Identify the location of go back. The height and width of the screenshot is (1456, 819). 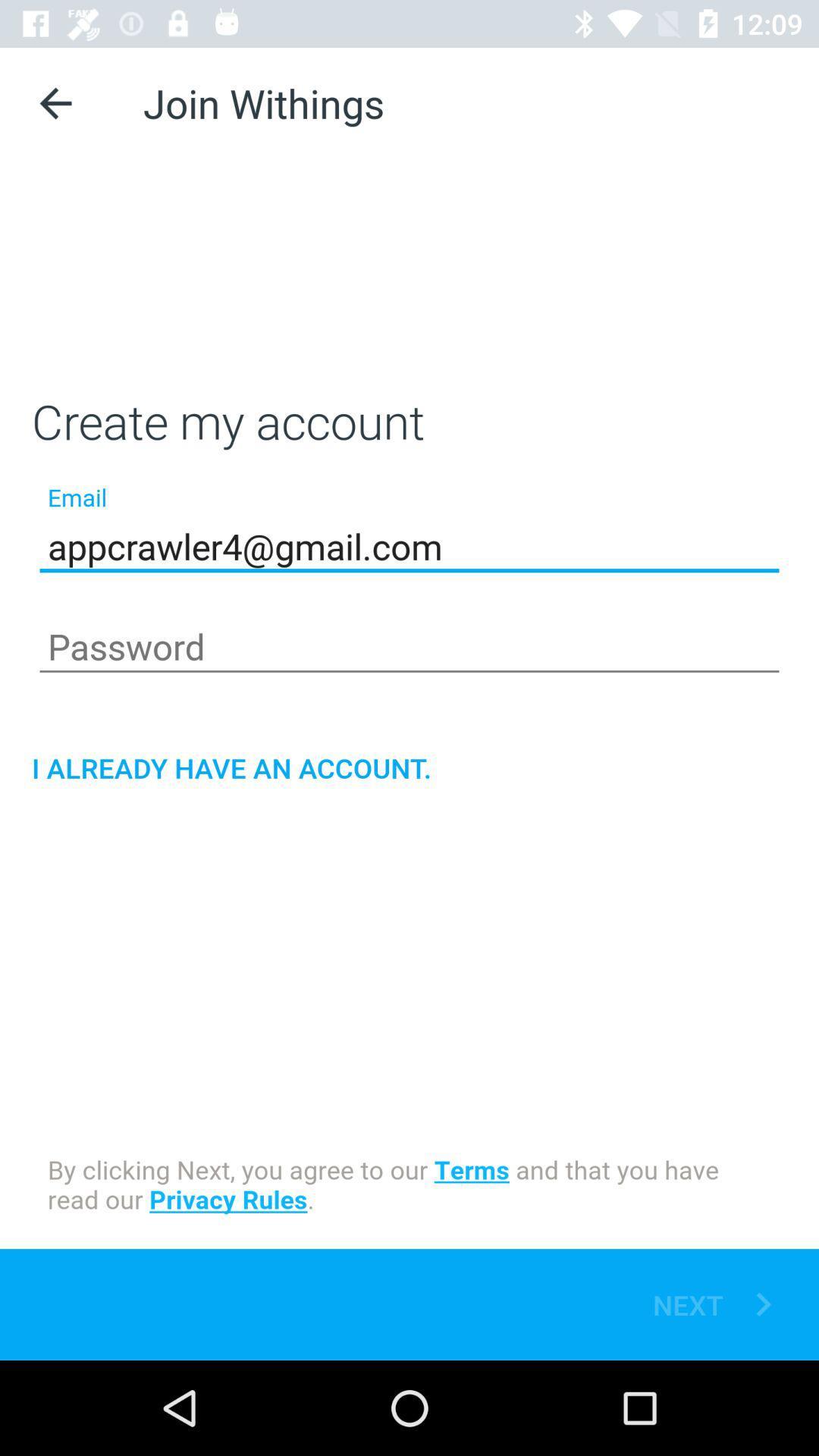
(55, 102).